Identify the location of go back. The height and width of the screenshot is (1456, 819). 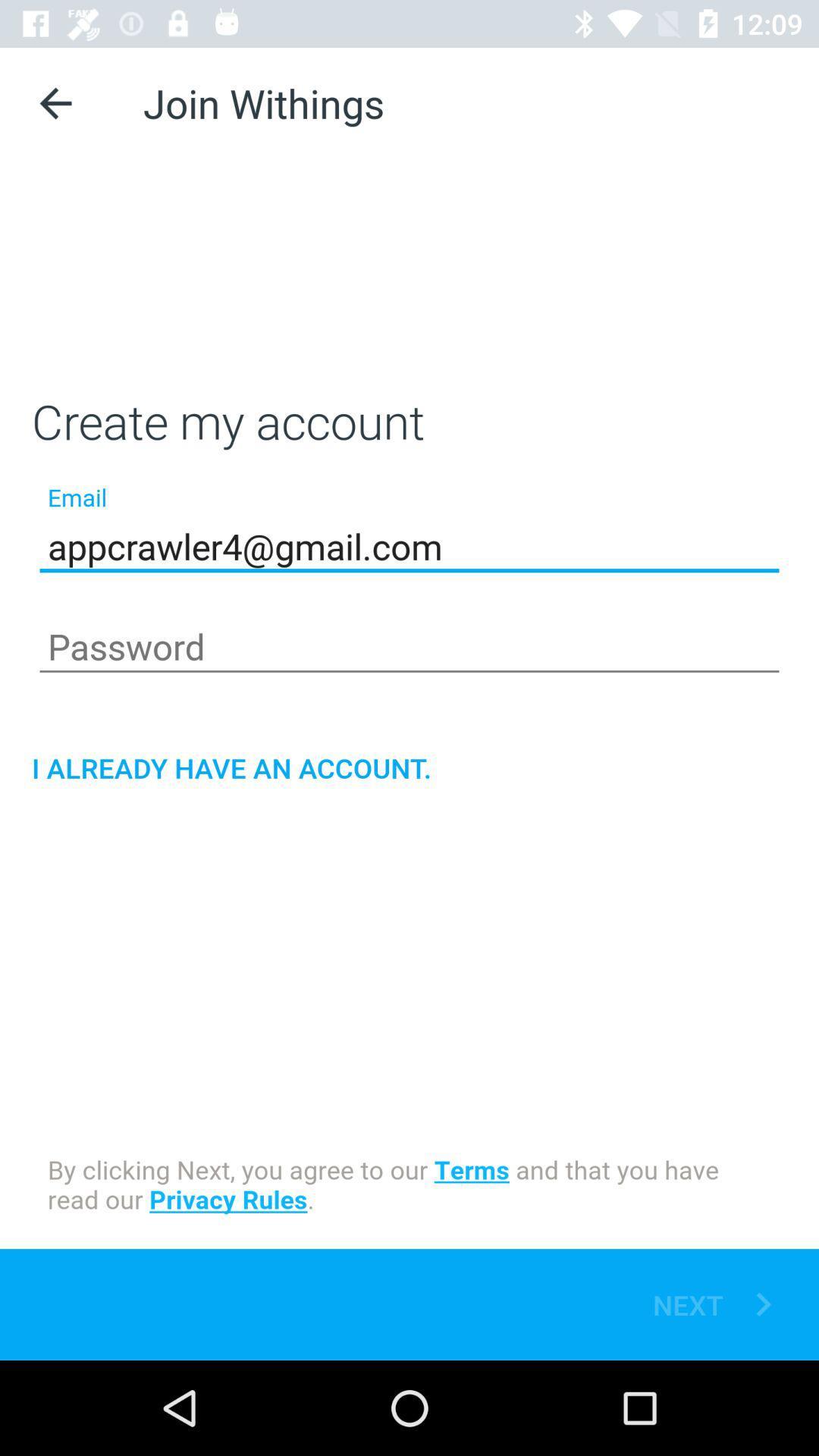
(55, 102).